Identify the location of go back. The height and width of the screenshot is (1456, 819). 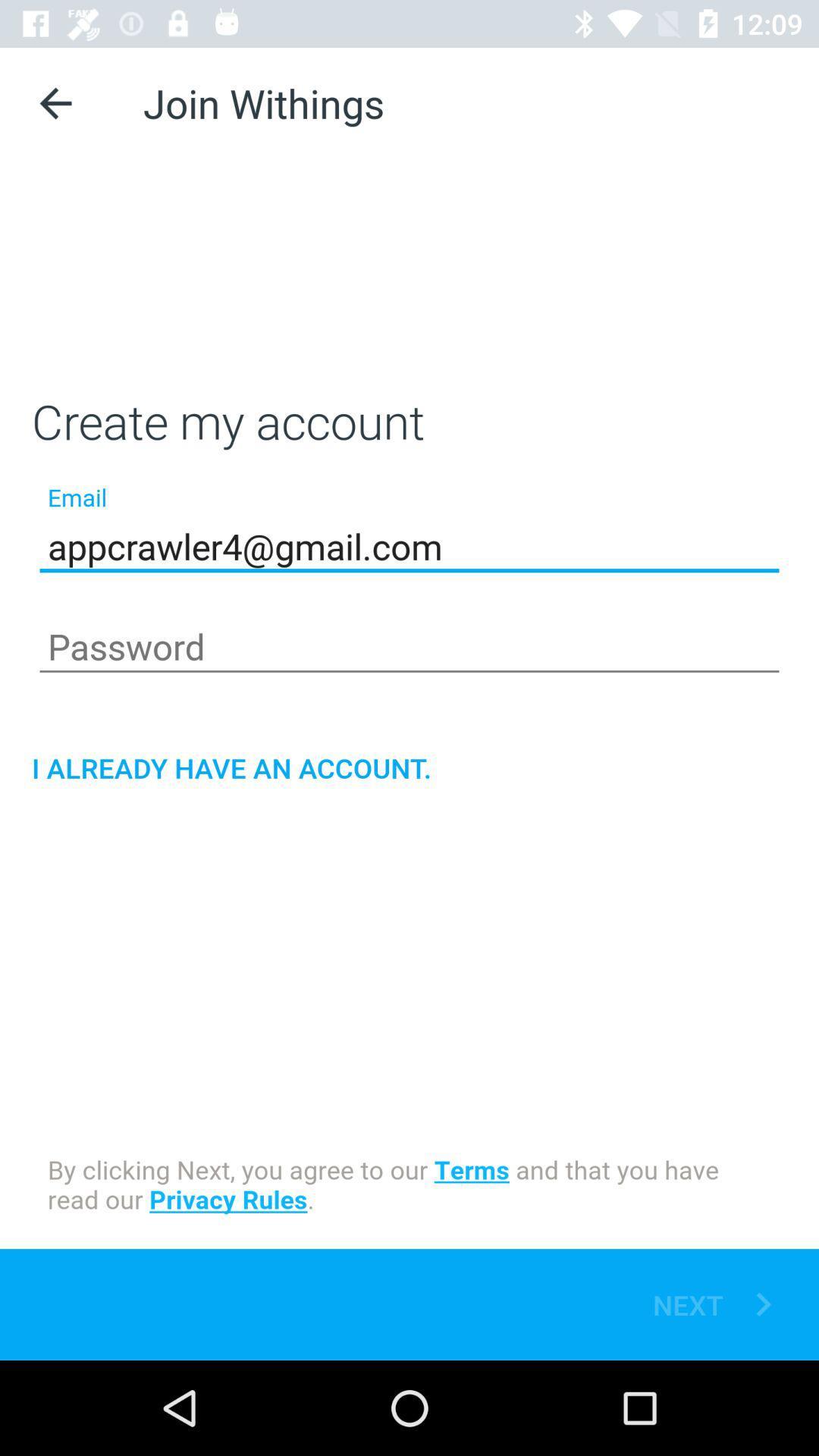
(55, 102).